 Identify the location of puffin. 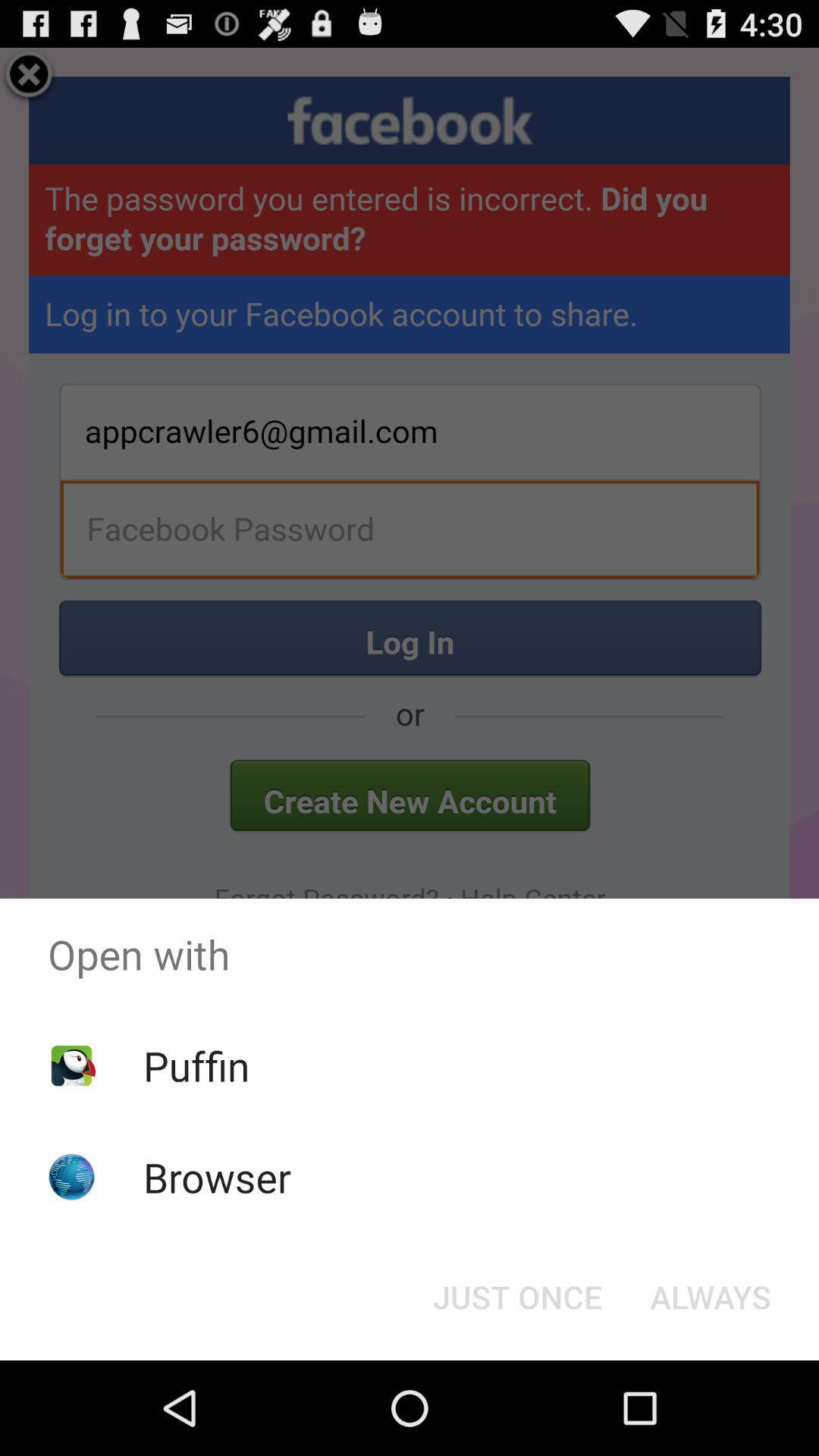
(196, 1065).